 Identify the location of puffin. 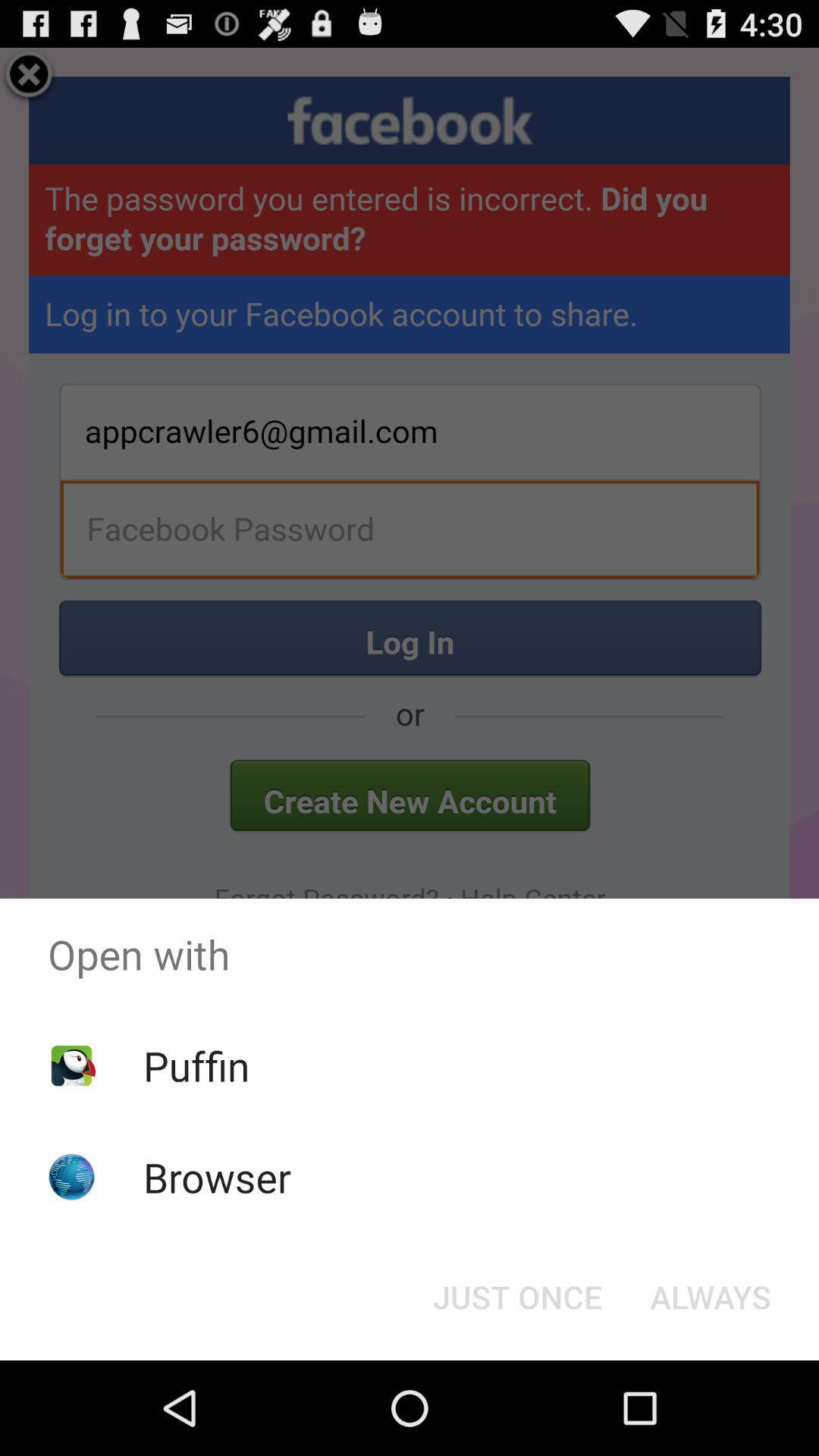
(196, 1065).